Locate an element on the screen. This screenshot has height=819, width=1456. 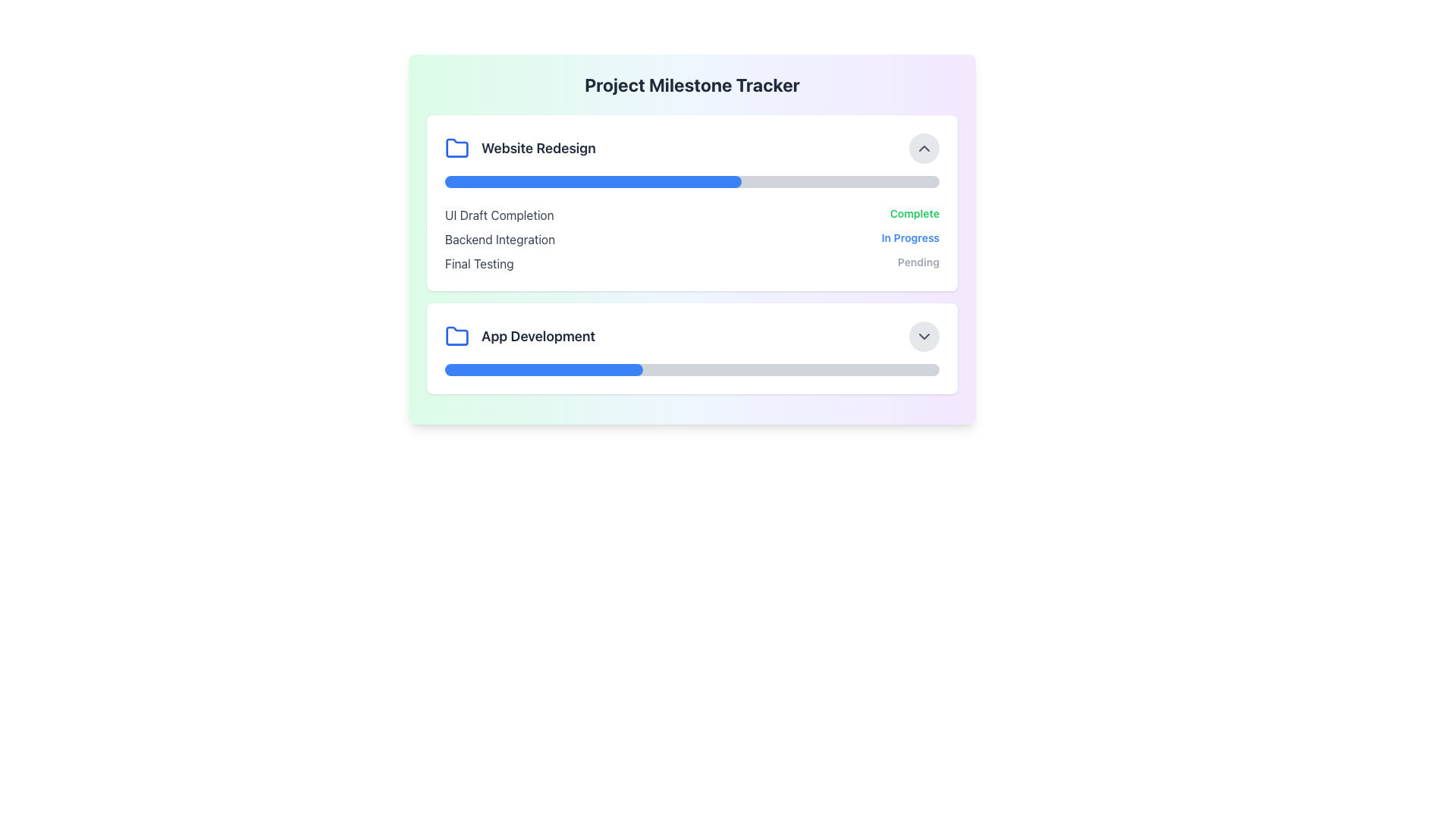
the status indicator Text Label that conveys the task 'UI Draft Completion', located in the 'Website Redesign' section of the milestone tracker interface is located at coordinates (914, 215).